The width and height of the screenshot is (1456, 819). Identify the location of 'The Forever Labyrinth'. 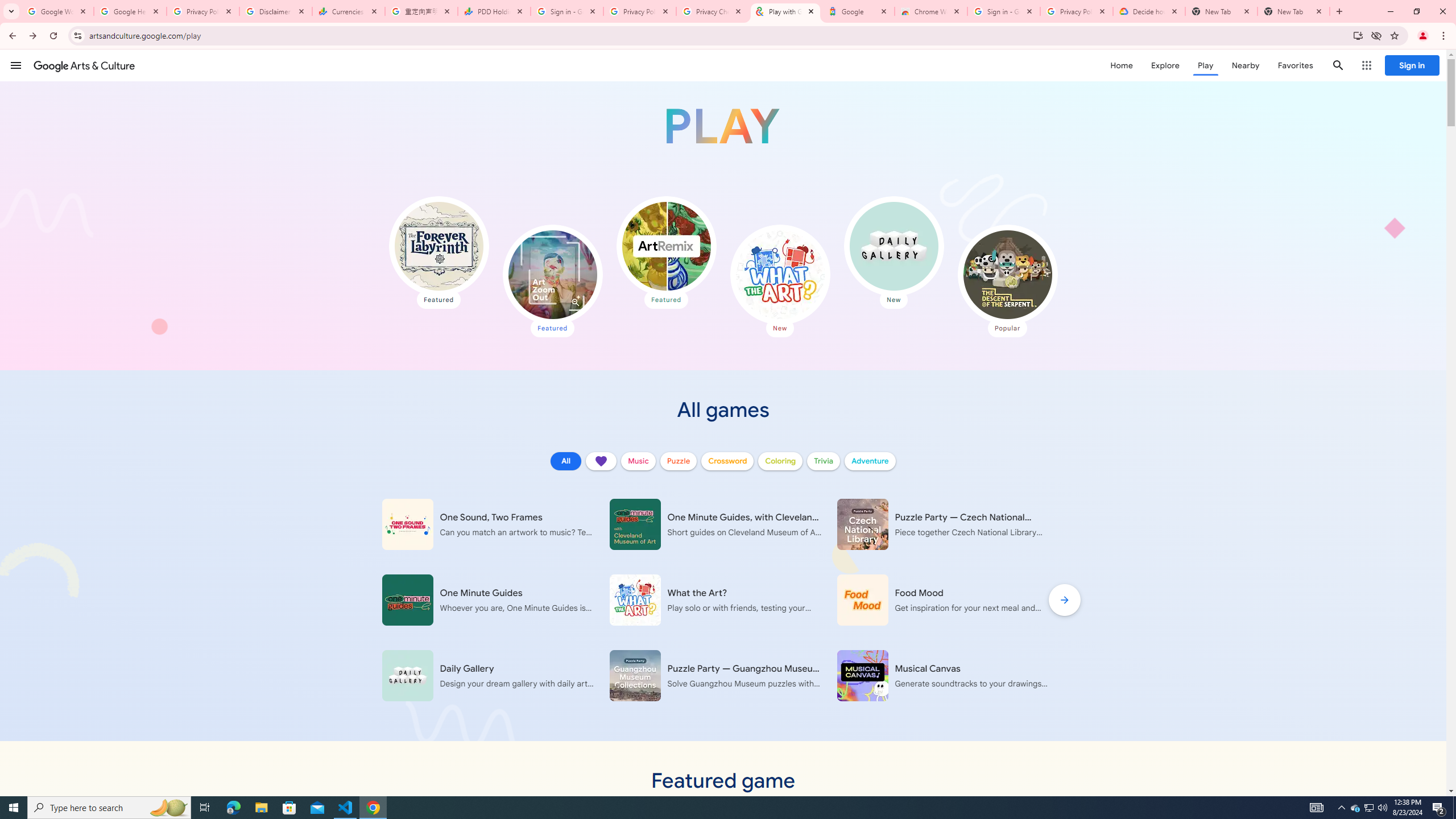
(438, 246).